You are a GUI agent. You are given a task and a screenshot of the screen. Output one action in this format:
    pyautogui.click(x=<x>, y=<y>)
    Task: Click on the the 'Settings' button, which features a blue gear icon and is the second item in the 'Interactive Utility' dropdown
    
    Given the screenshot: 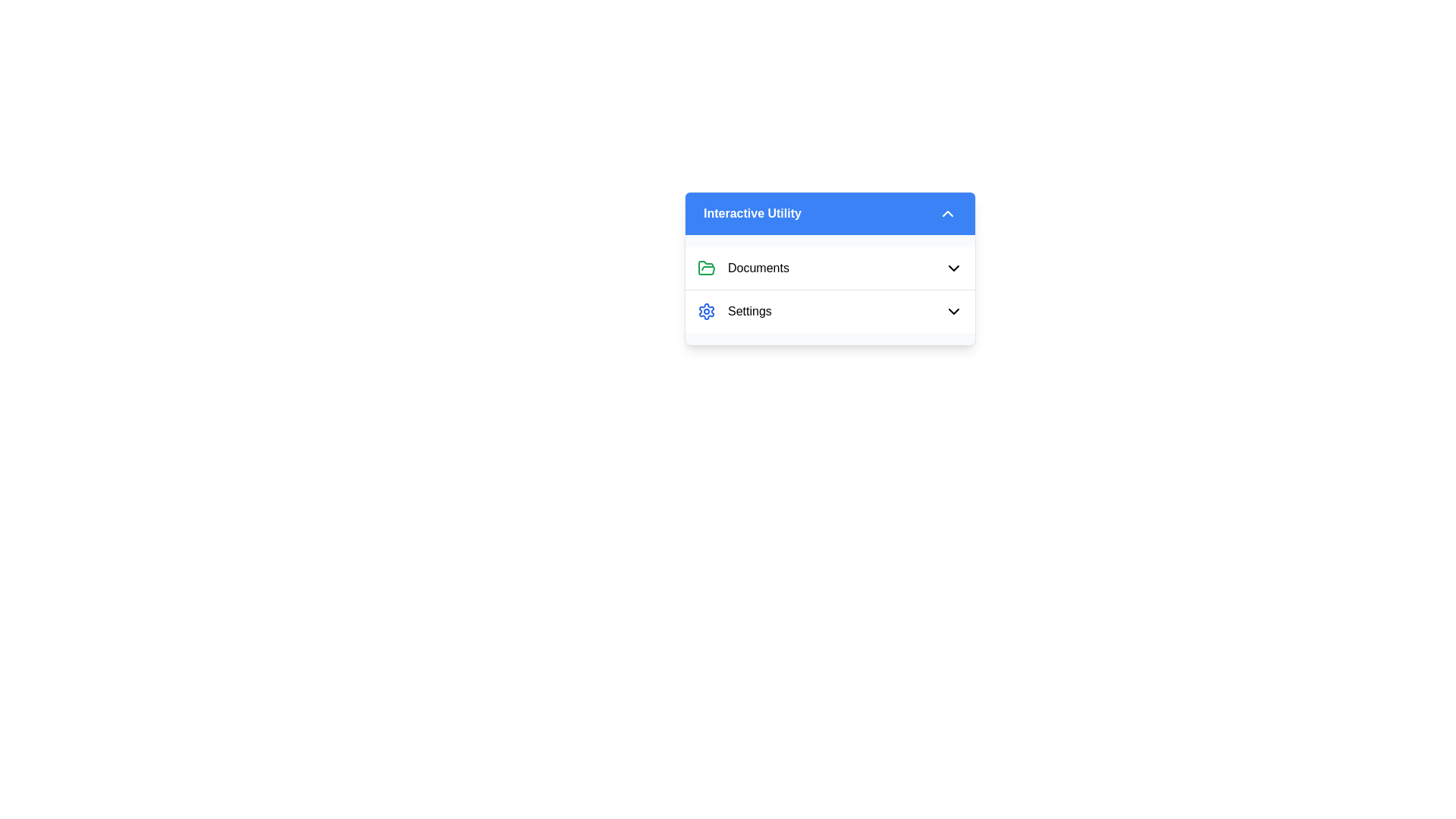 What is the action you would take?
    pyautogui.click(x=734, y=311)
    